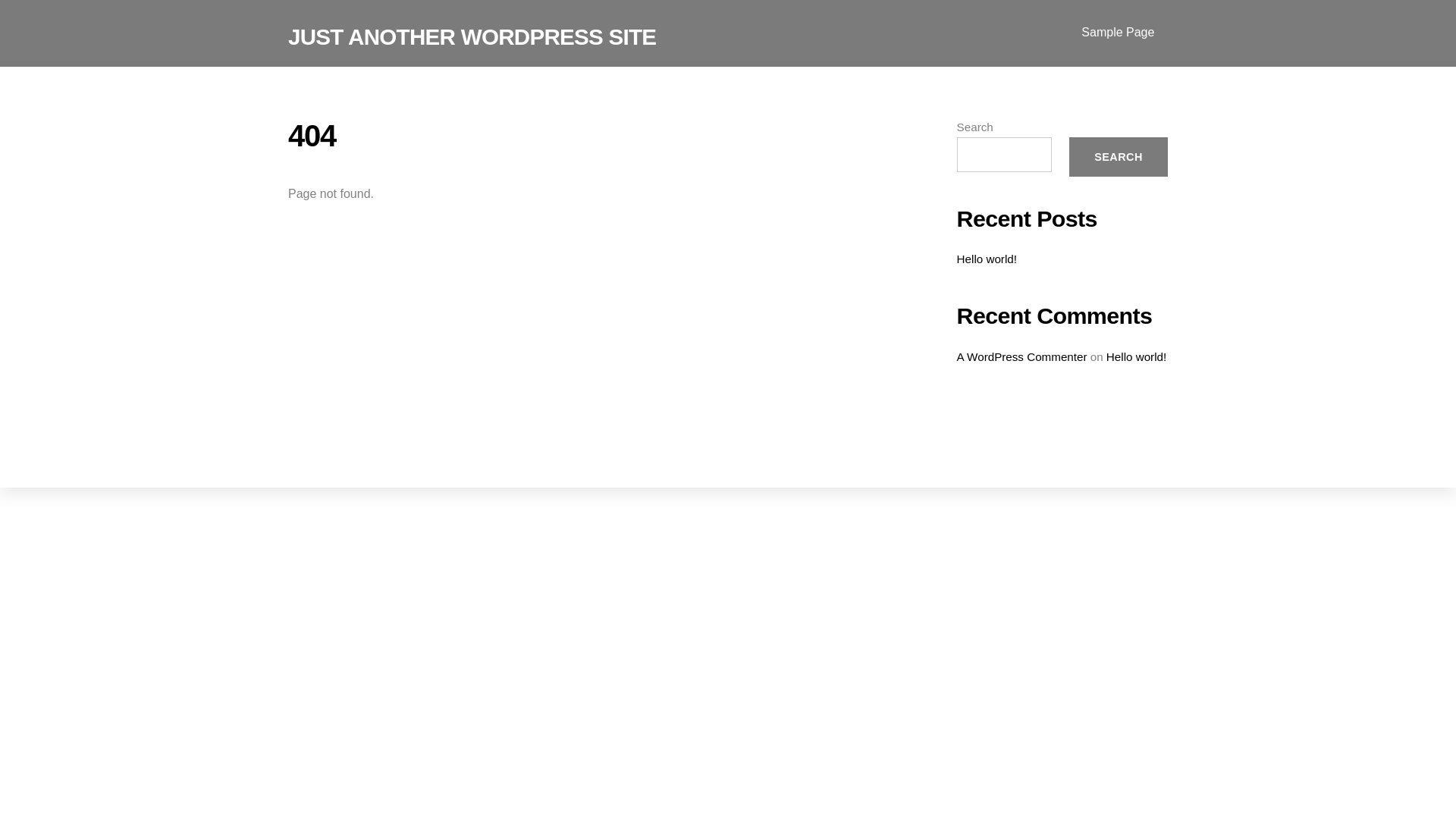 This screenshot has width=1456, height=819. Describe the element at coordinates (1106, 356) in the screenshot. I see `'Hello world!'` at that location.